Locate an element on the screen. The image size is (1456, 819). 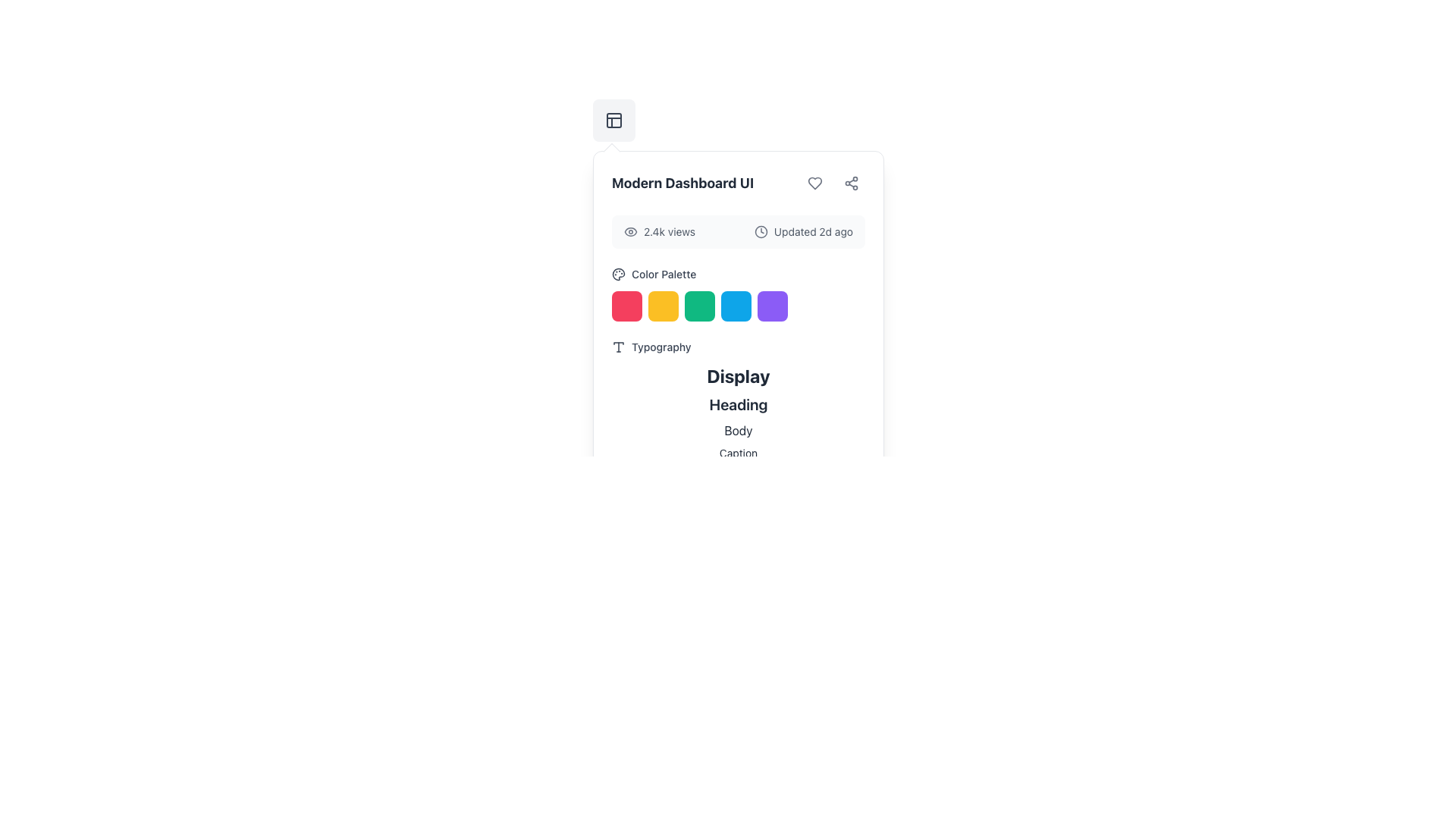
the SVG Rectangle element located in the top-left corner of the dashboard UI, which represents a specific feature or section is located at coordinates (614, 119).